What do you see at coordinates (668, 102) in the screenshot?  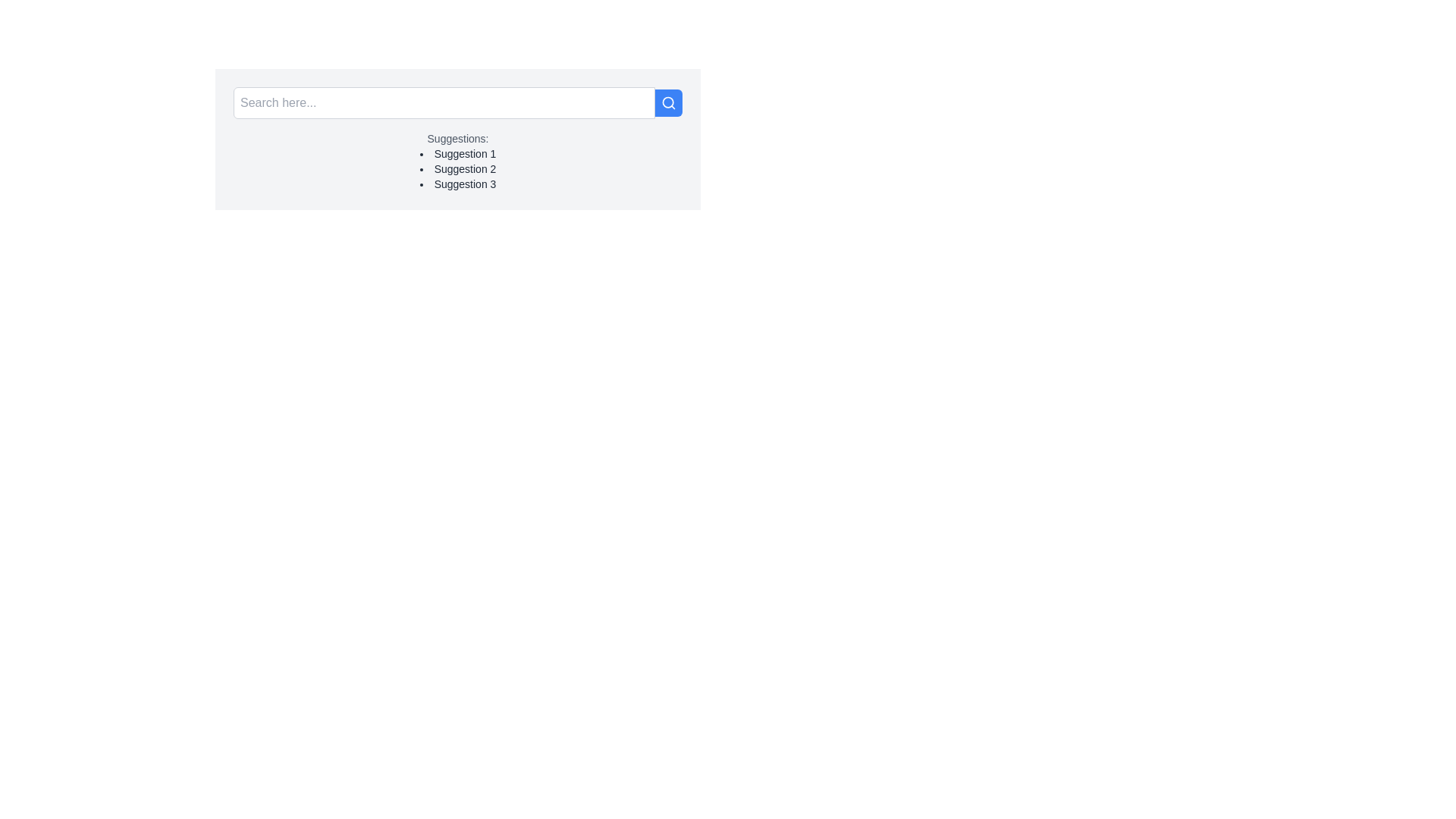 I see `the search button located at the far right end of the input group` at bounding box center [668, 102].